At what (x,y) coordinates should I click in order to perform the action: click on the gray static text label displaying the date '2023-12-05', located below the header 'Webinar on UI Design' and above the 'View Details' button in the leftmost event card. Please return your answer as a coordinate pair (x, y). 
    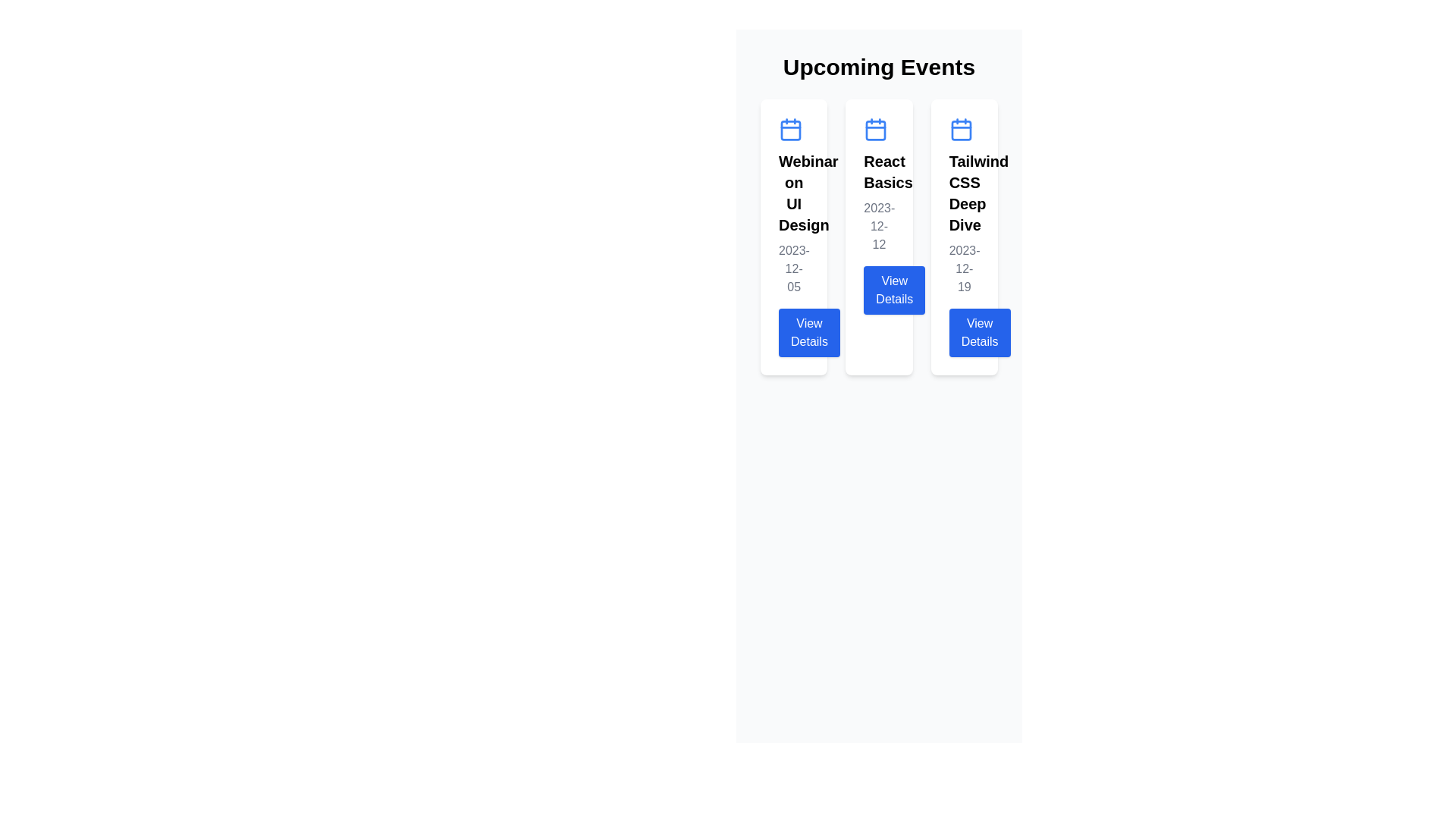
    Looking at the image, I should click on (793, 268).